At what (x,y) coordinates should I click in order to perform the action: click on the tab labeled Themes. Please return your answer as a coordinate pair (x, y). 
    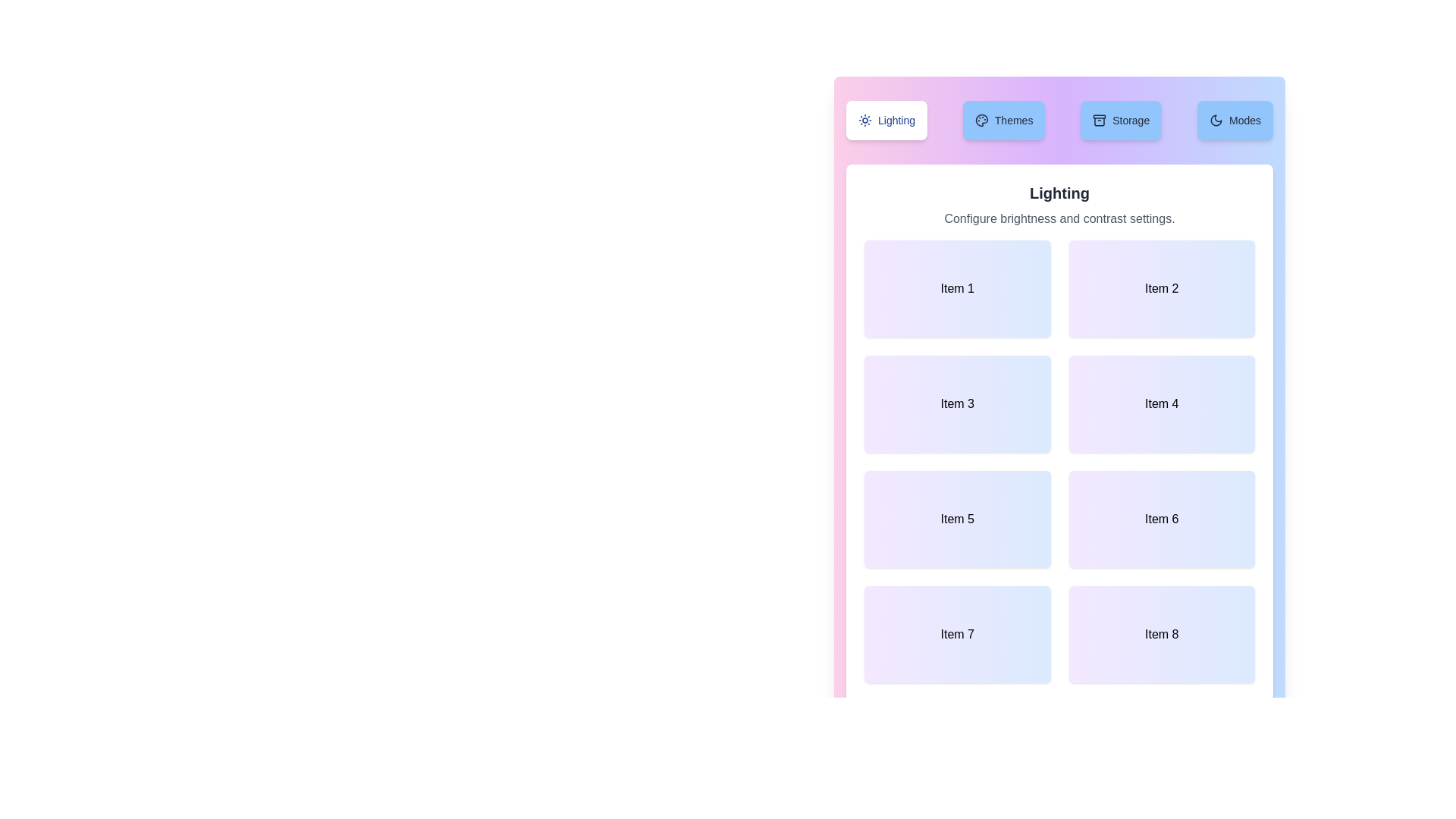
    Looking at the image, I should click on (1004, 119).